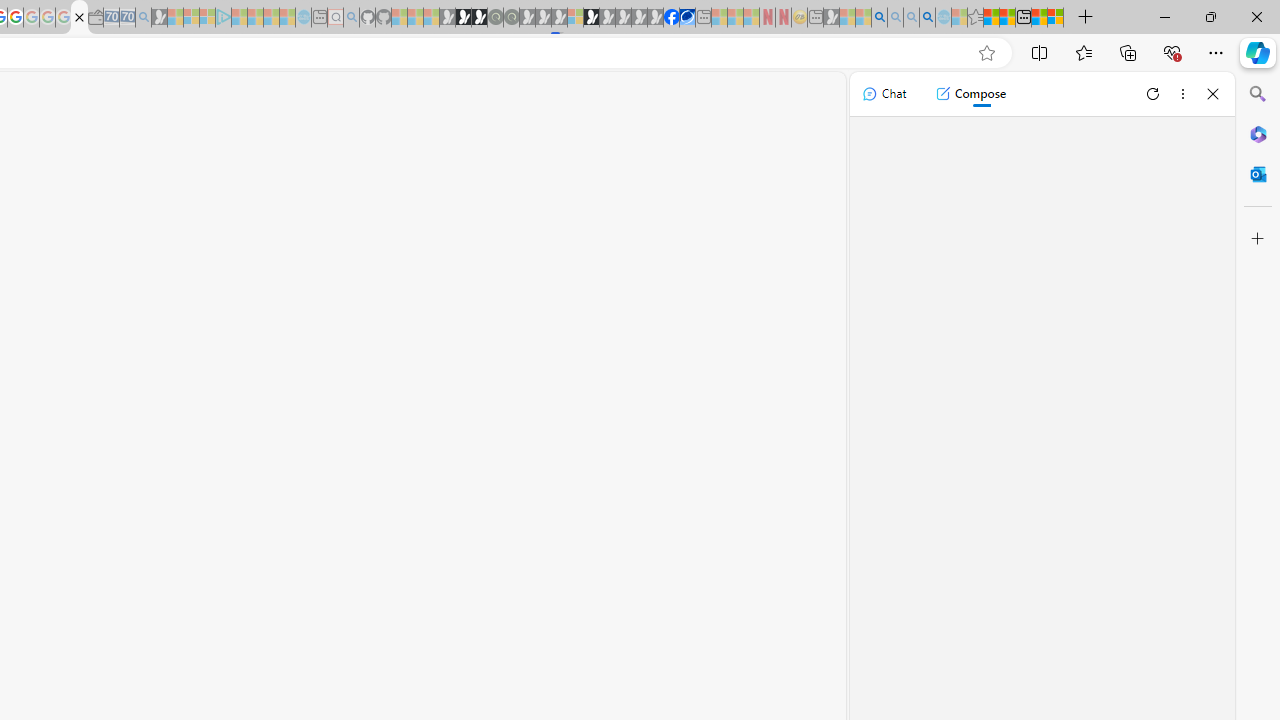  What do you see at coordinates (574, 17) in the screenshot?
I see `'Sign in to your account - Sleeping'` at bounding box center [574, 17].